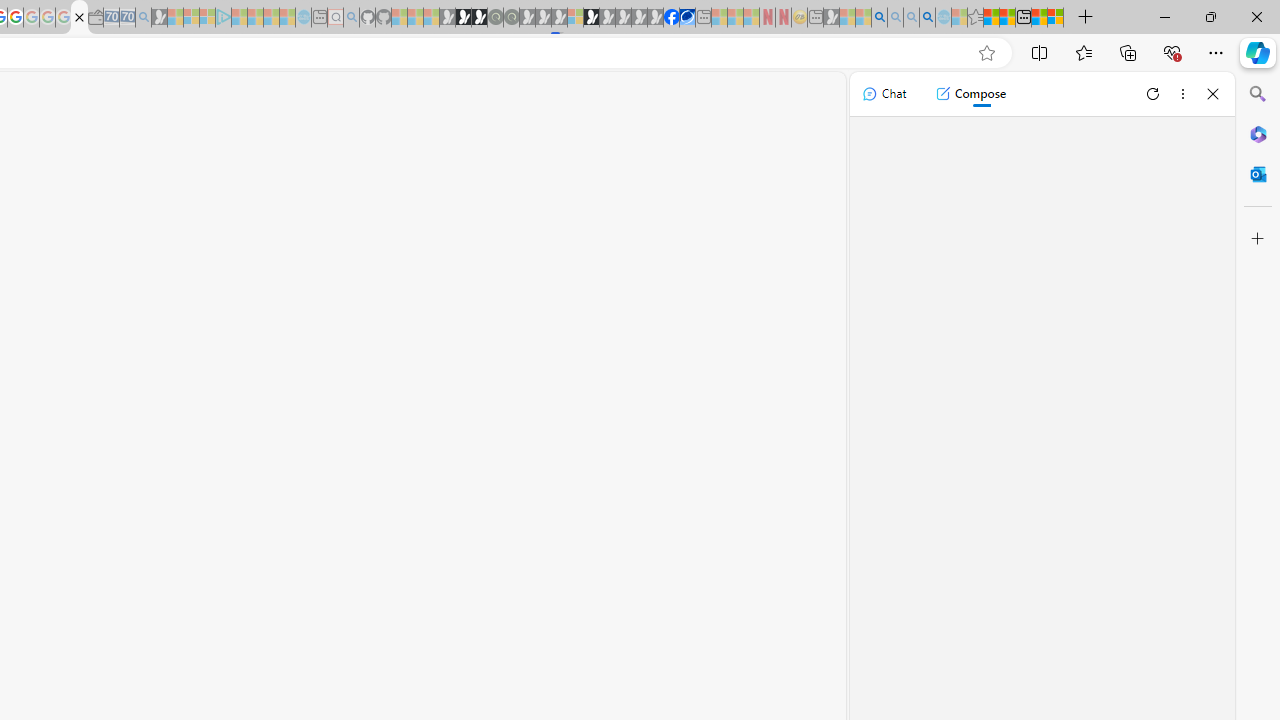  What do you see at coordinates (574, 17) in the screenshot?
I see `'Sign in to your account - Sleeping'` at bounding box center [574, 17].